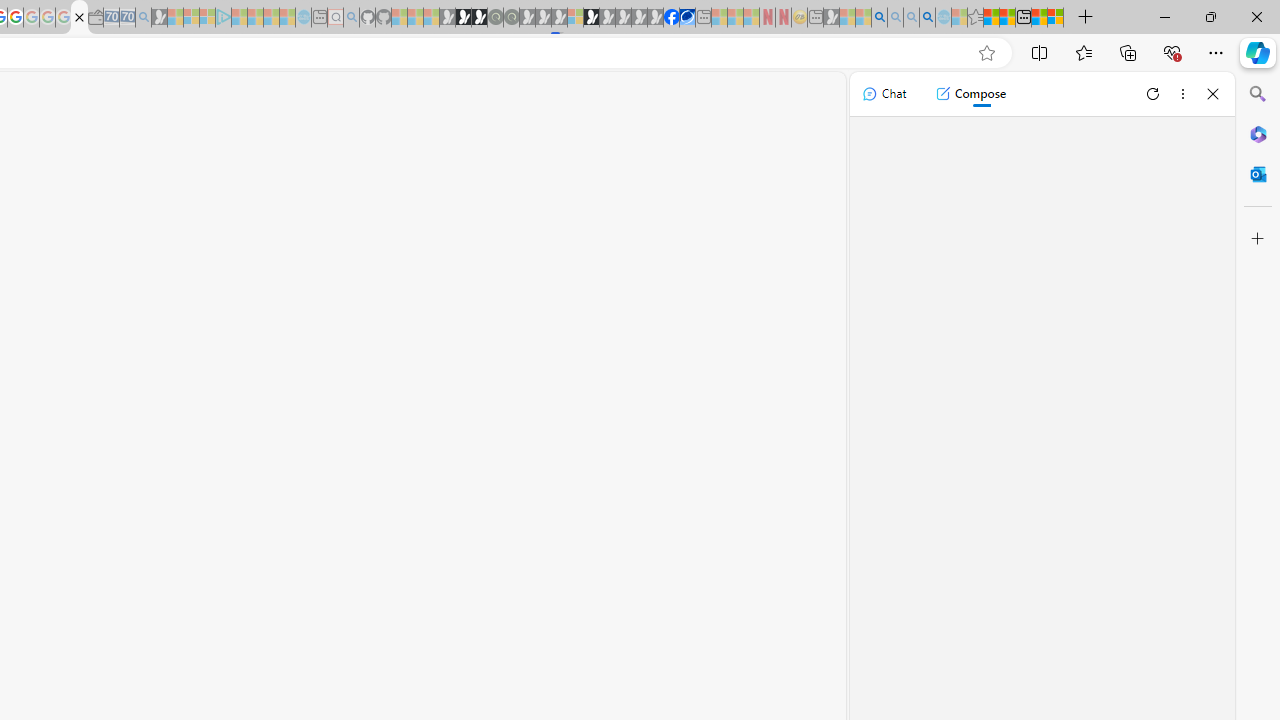  What do you see at coordinates (574, 17) in the screenshot?
I see `'Sign in to your account - Sleeping'` at bounding box center [574, 17].